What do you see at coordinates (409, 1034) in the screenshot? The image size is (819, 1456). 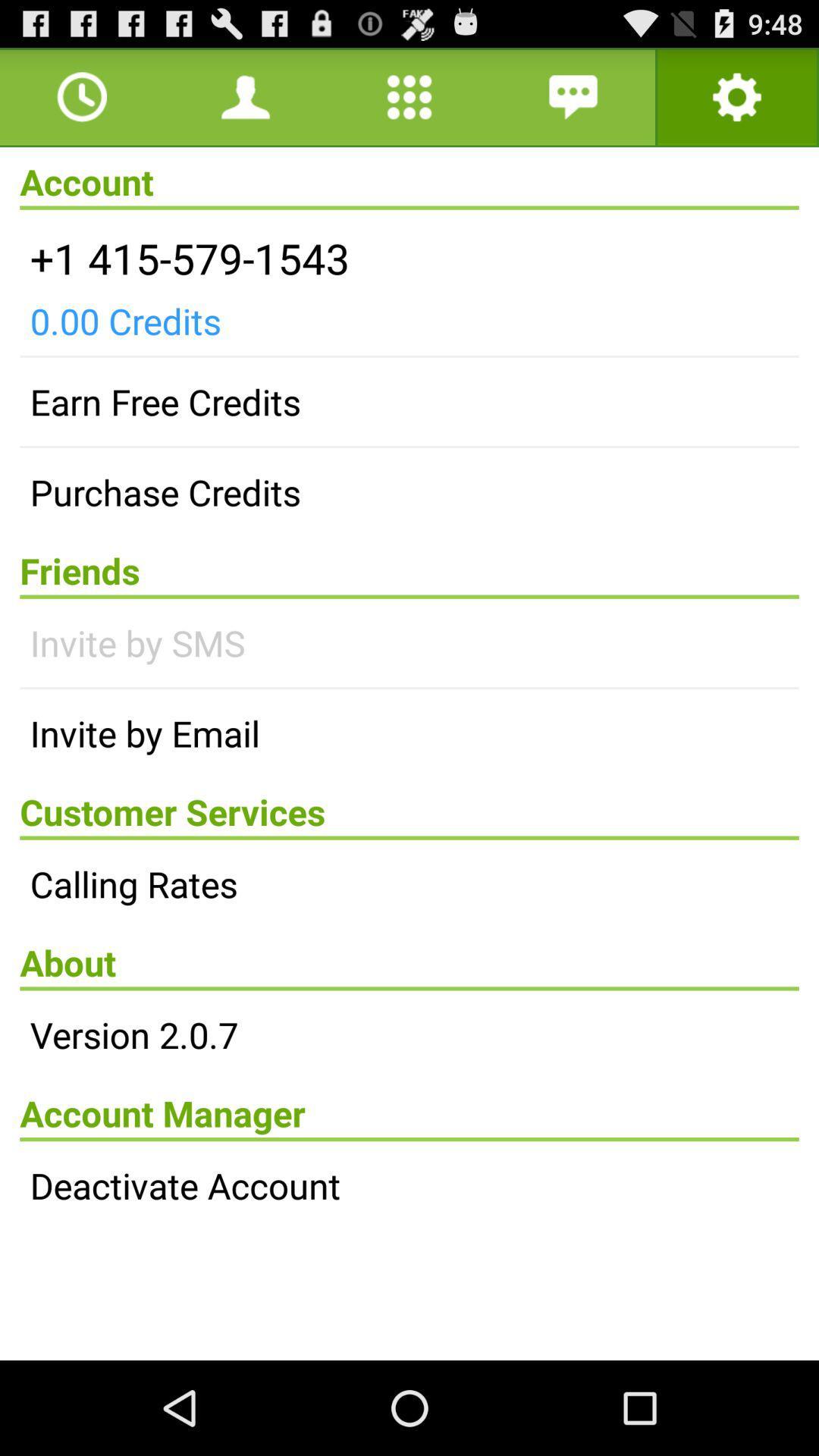 I see `the item above account manager` at bounding box center [409, 1034].